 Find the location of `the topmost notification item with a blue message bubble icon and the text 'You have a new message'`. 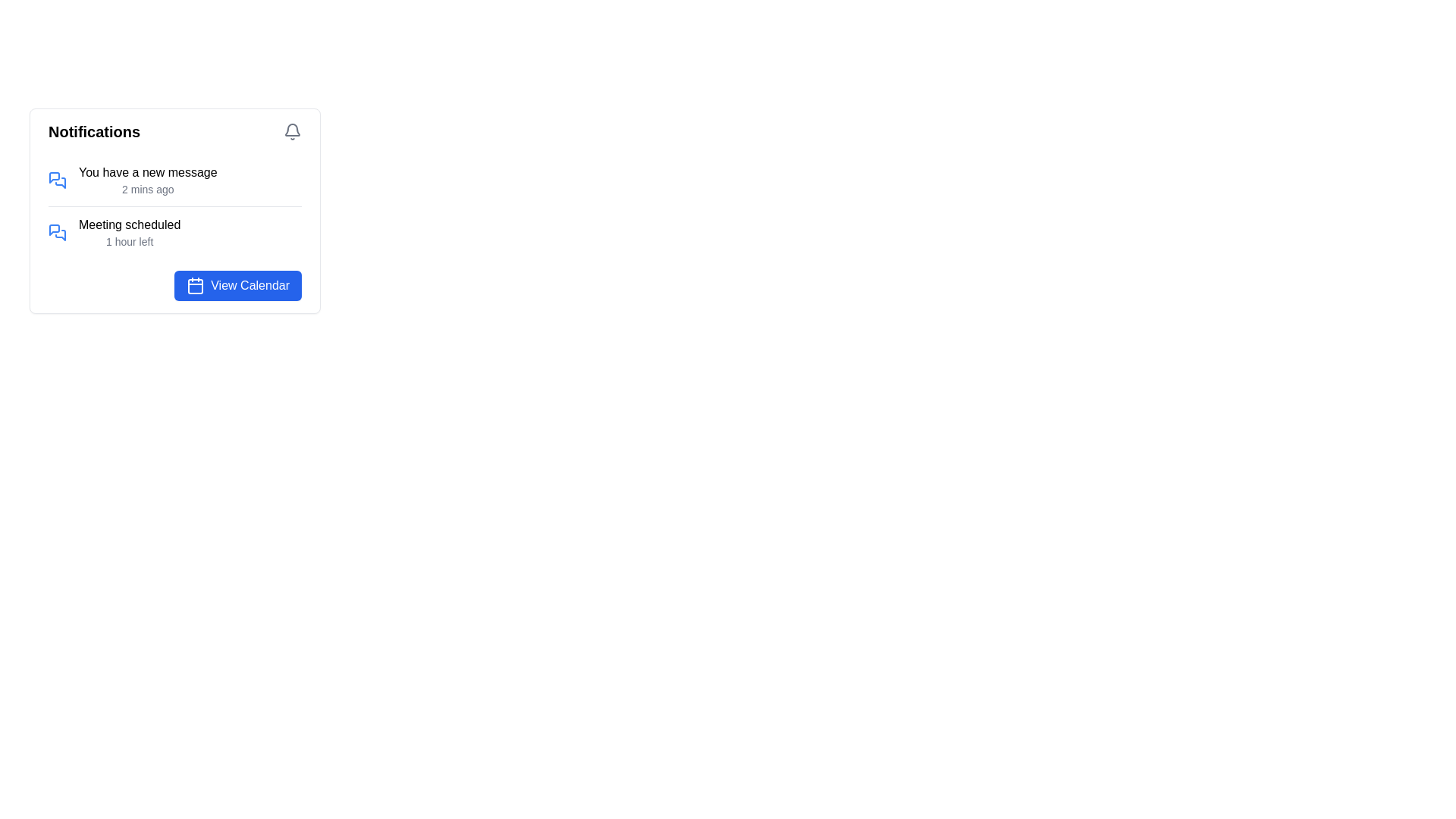

the topmost notification item with a blue message bubble icon and the text 'You have a new message' is located at coordinates (174, 180).